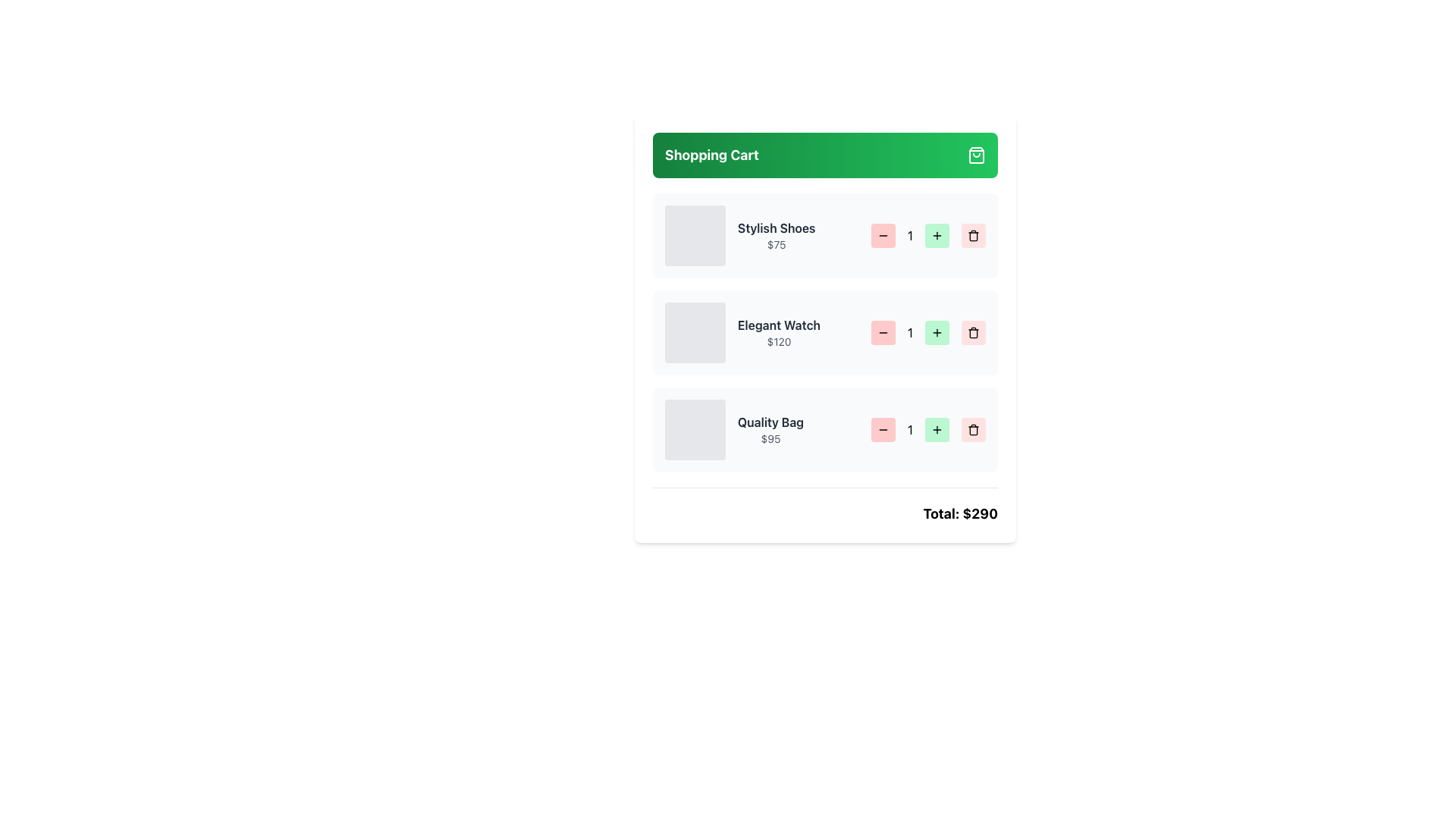 The width and height of the screenshot is (1456, 819). I want to click on the green plus symbol button located on the right side of the 'Quality Bag' row in the shopping cart interface to increment the item's quantity, so click(937, 430).